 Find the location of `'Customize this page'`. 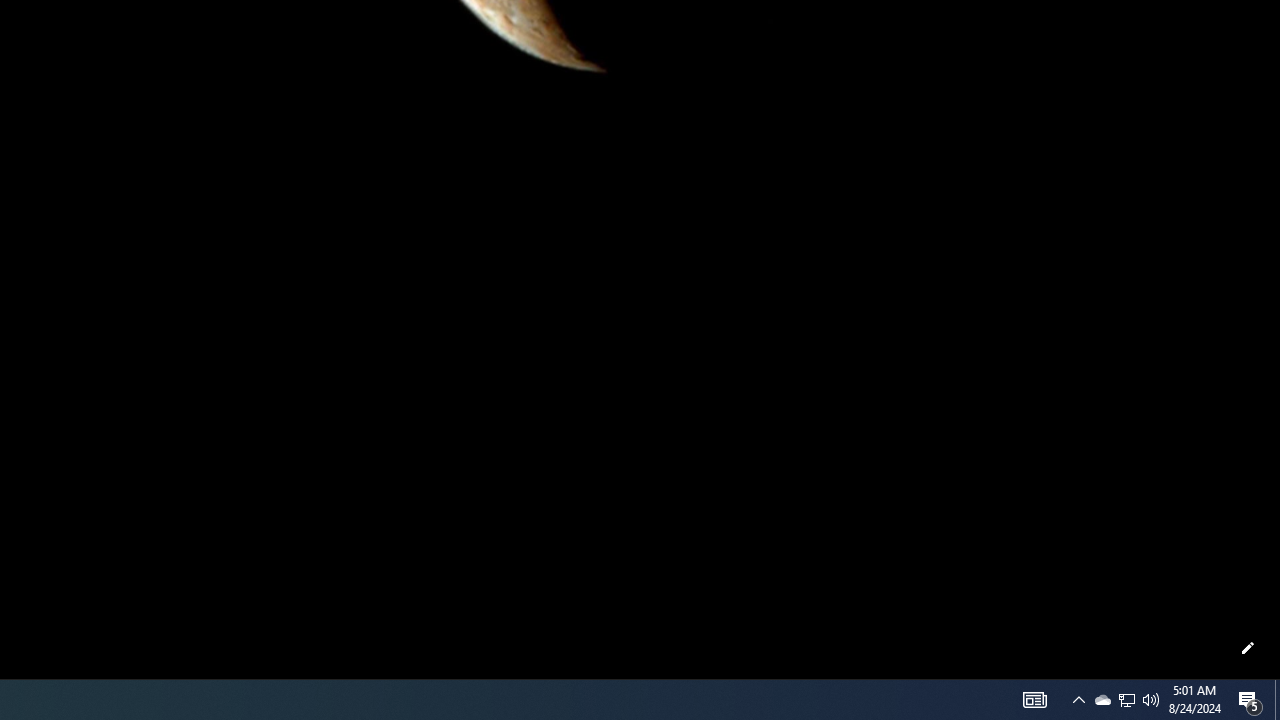

'Customize this page' is located at coordinates (1247, 648).